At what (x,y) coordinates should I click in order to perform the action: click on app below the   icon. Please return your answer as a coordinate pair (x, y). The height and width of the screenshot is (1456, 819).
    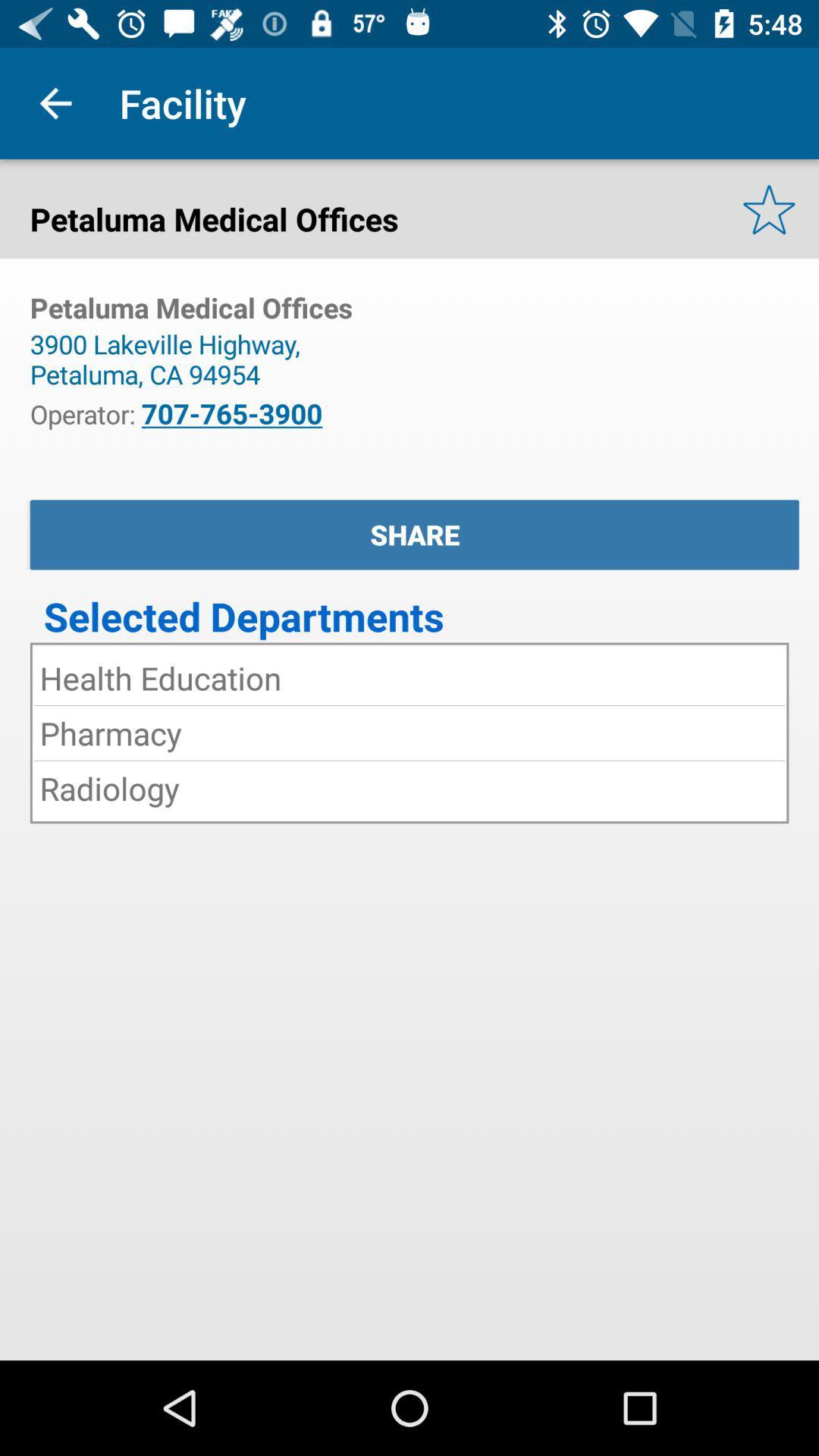
    Looking at the image, I should click on (414, 535).